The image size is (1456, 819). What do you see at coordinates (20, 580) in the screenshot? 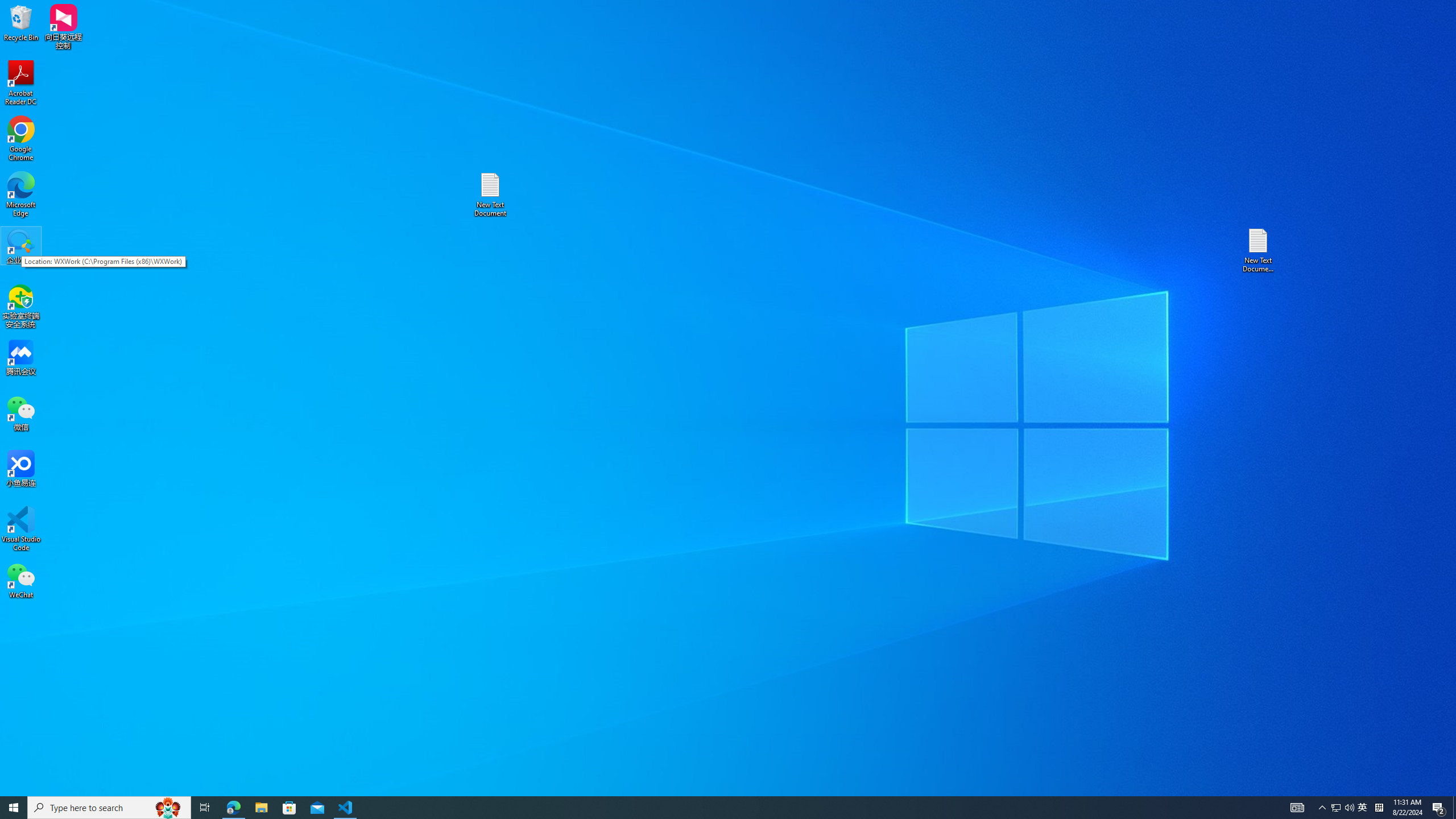
I see `'WeChat'` at bounding box center [20, 580].